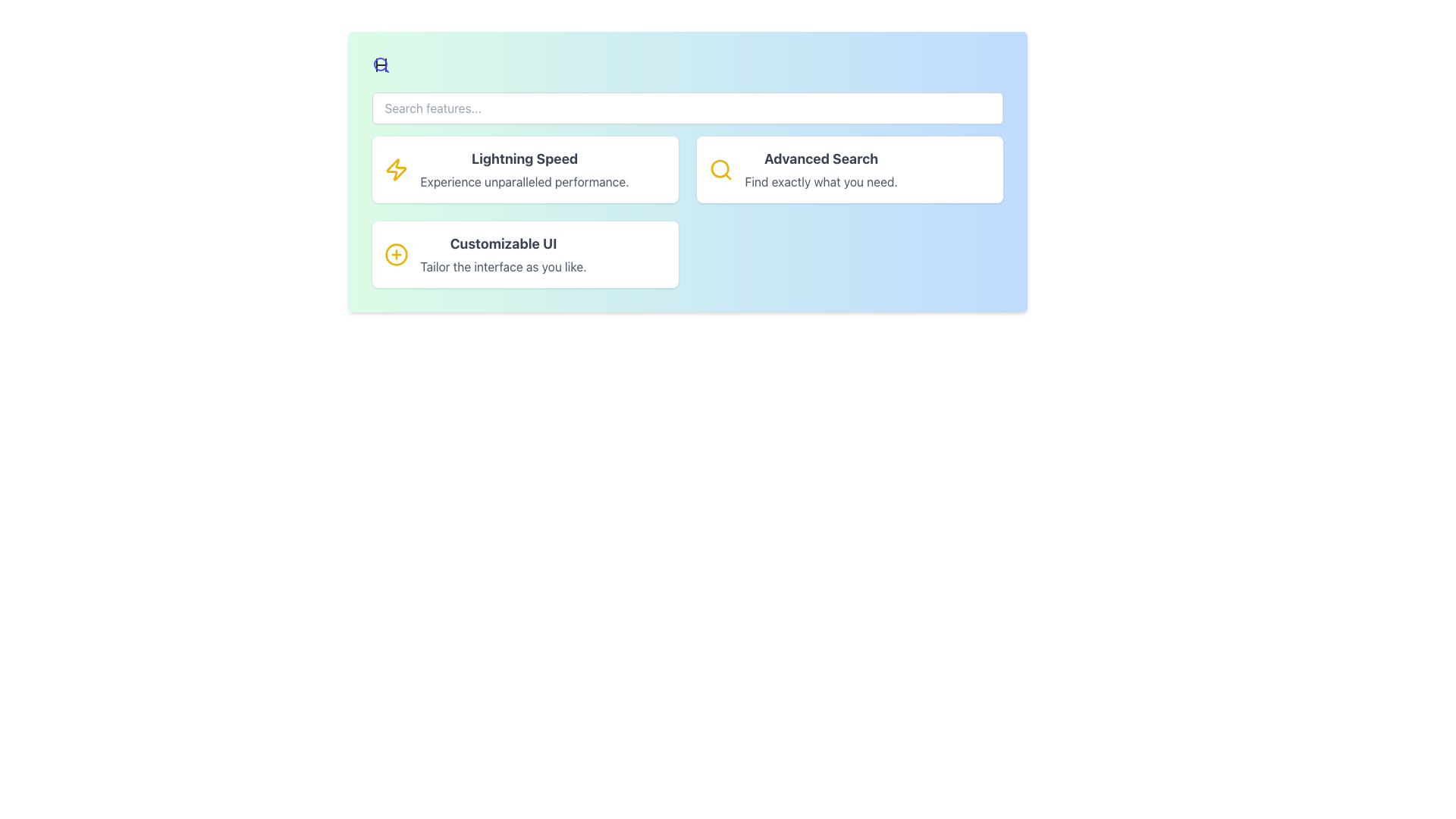 The width and height of the screenshot is (1456, 819). I want to click on the yellow-colored magnifying glass icon located next to the 'Advanced Search' text, so click(720, 169).